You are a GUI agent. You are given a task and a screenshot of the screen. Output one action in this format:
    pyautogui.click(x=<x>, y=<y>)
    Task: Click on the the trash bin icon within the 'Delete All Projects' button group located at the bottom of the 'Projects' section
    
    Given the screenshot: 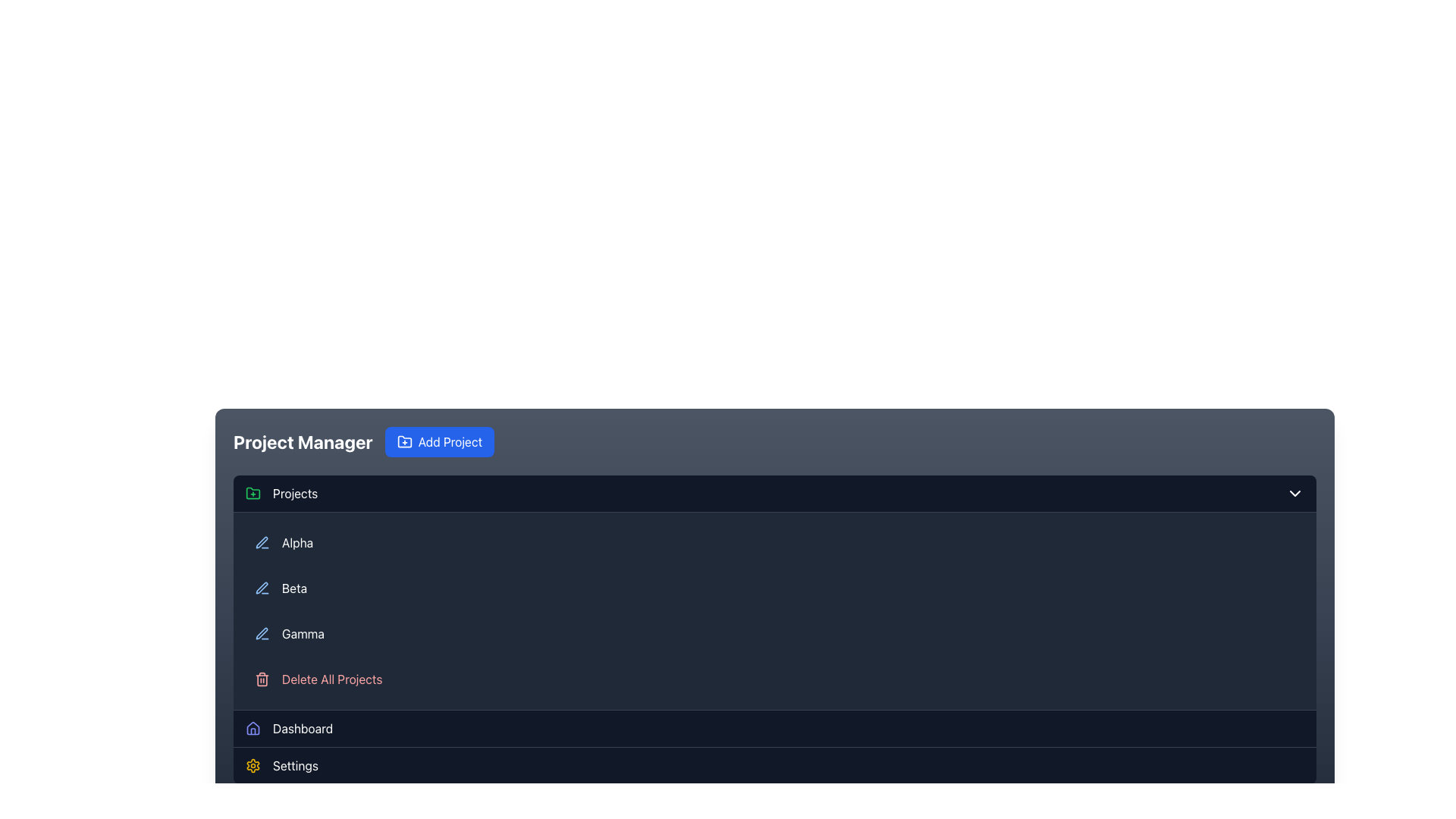 What is the action you would take?
    pyautogui.click(x=262, y=678)
    